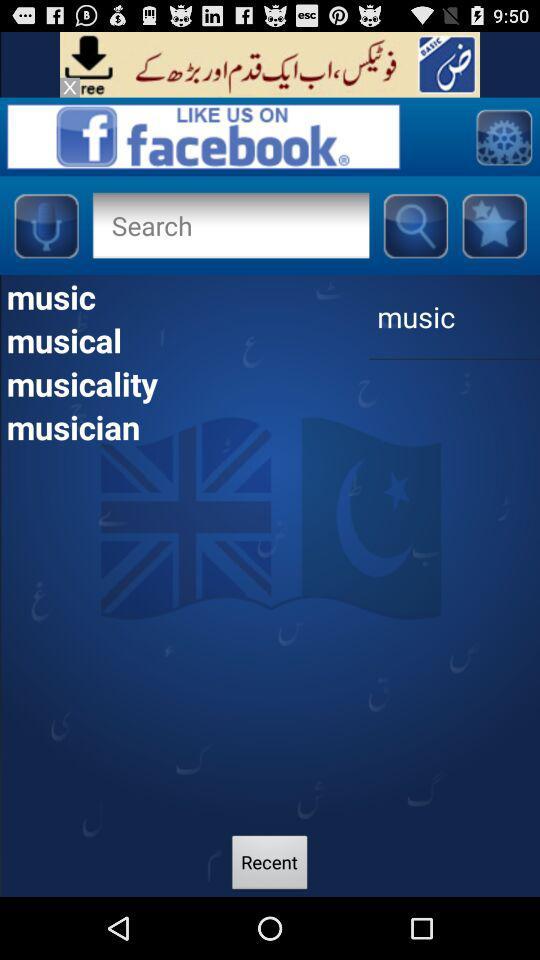  What do you see at coordinates (414, 240) in the screenshot?
I see `the search icon` at bounding box center [414, 240].